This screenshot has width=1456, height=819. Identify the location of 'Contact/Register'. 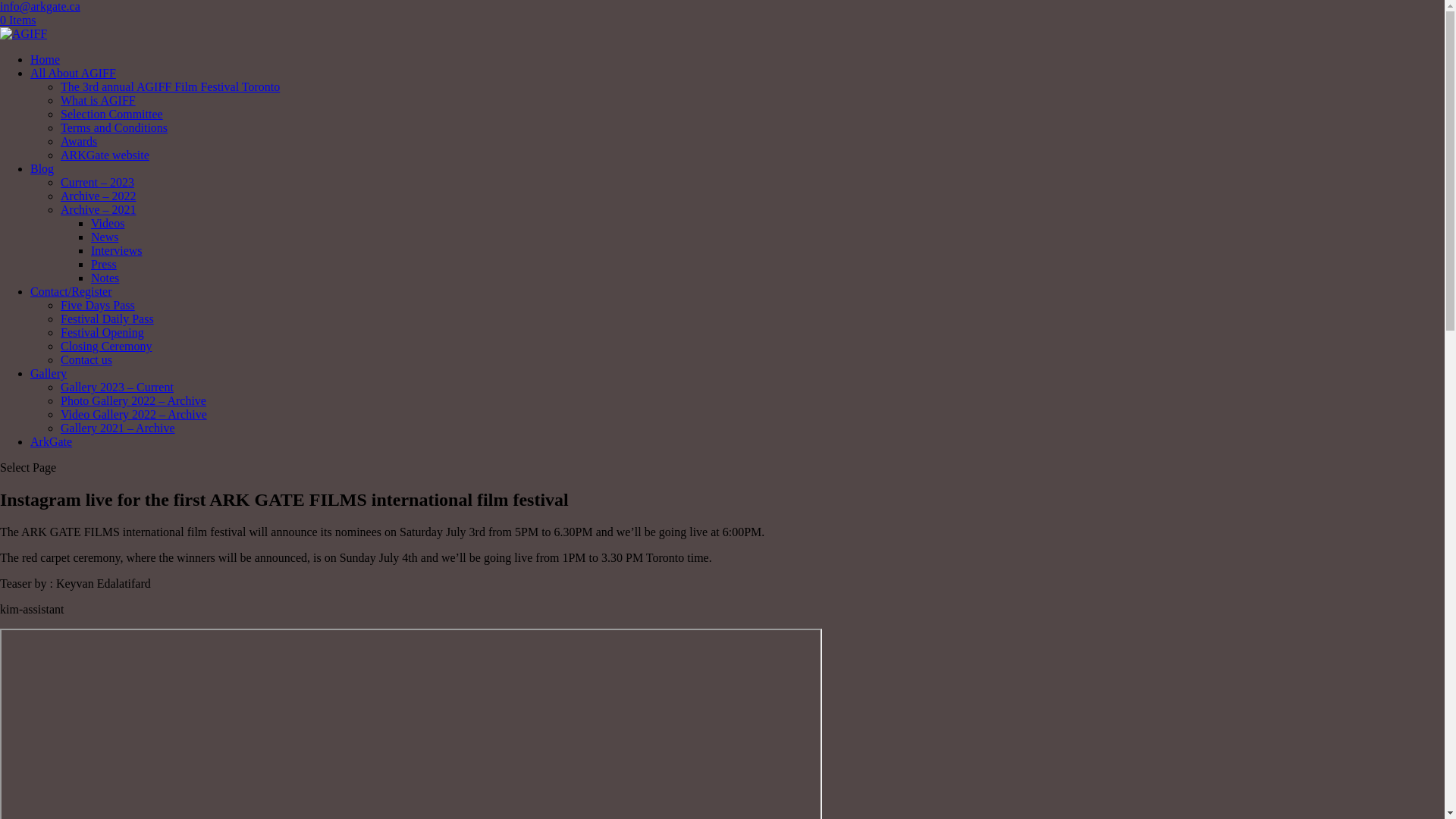
(71, 291).